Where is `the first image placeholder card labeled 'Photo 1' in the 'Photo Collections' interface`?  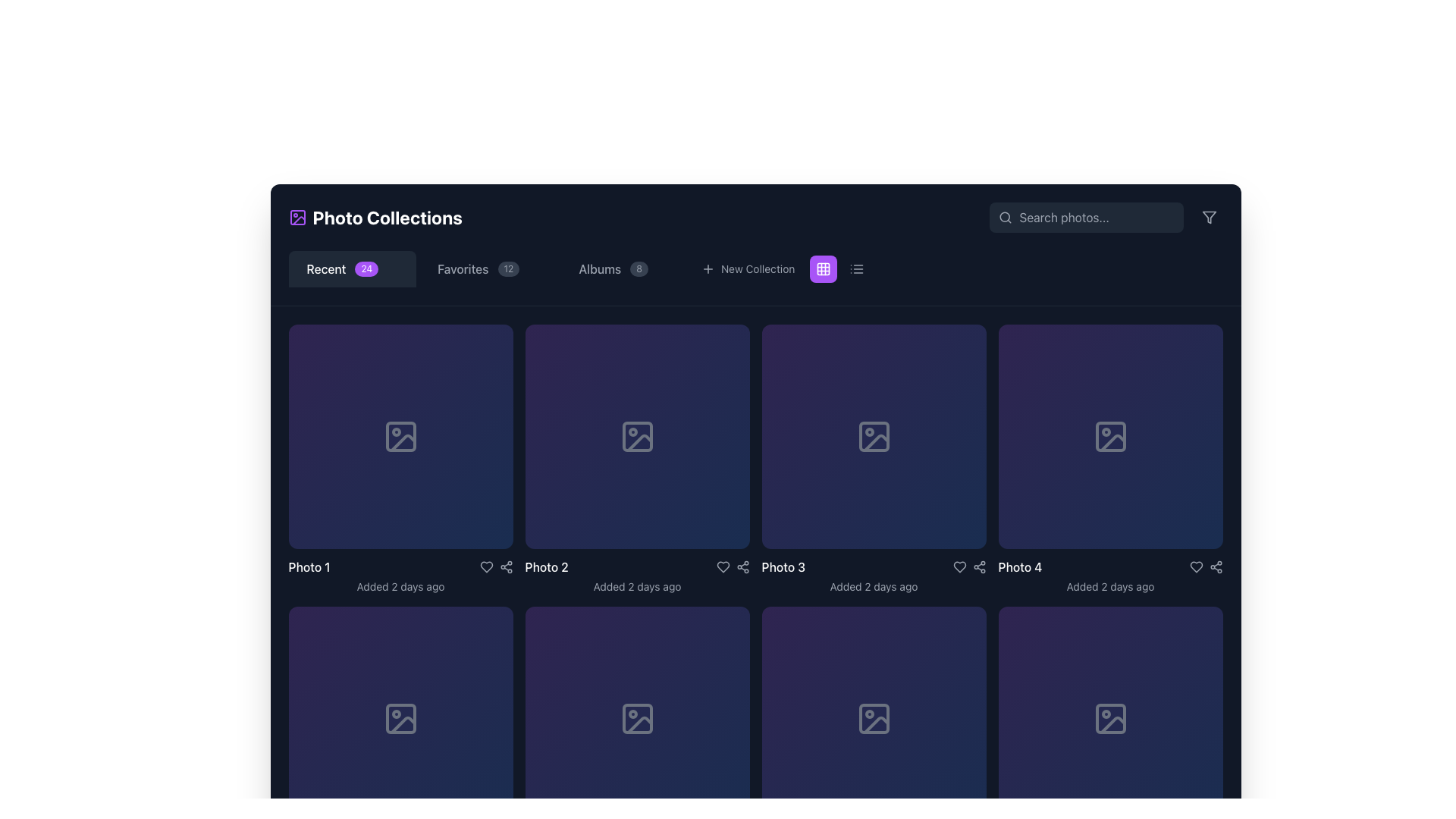 the first image placeholder card labeled 'Photo 1' in the 'Photo Collections' interface is located at coordinates (400, 436).